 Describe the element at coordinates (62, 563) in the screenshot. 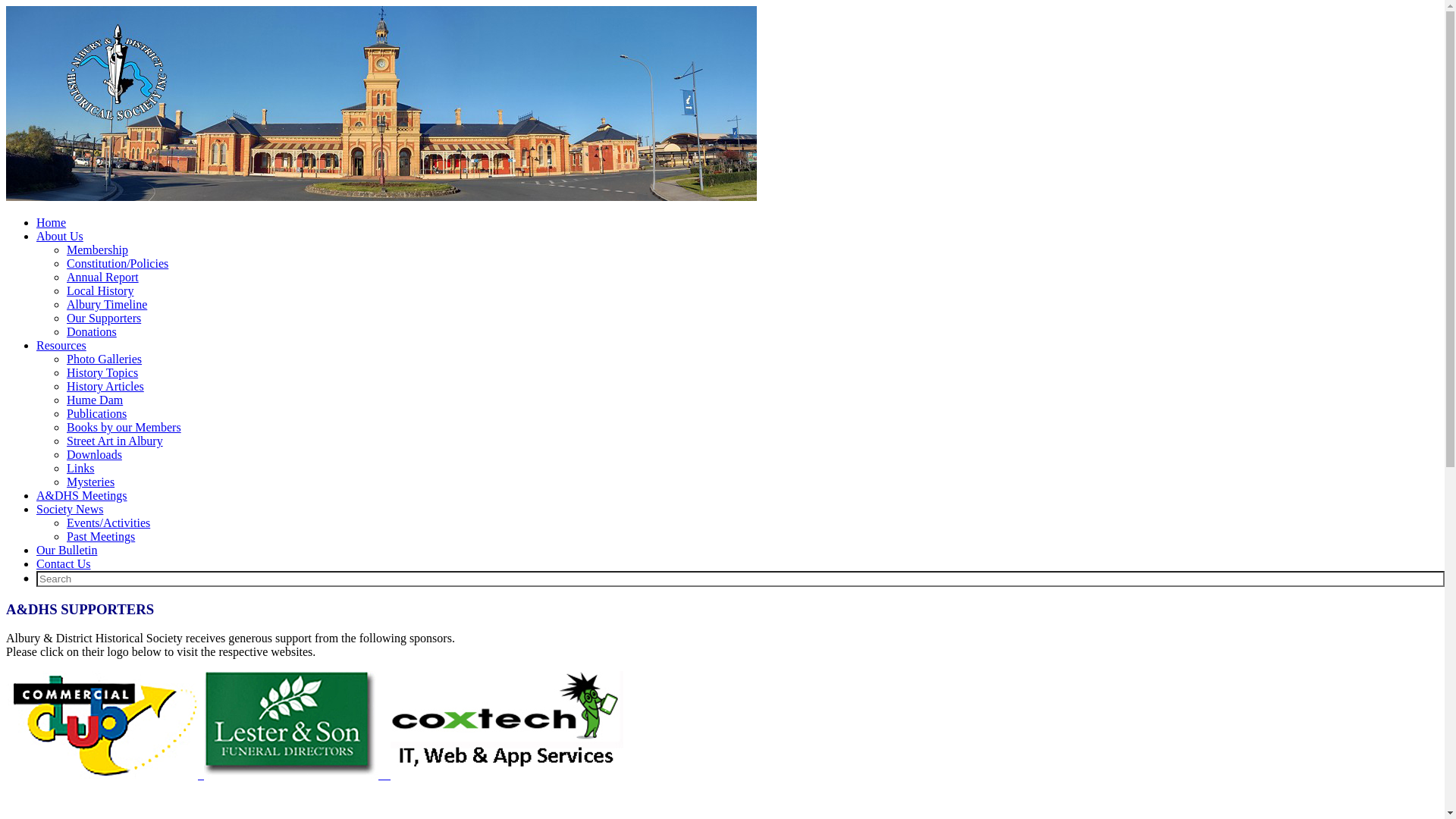

I see `'Contact Us'` at that location.